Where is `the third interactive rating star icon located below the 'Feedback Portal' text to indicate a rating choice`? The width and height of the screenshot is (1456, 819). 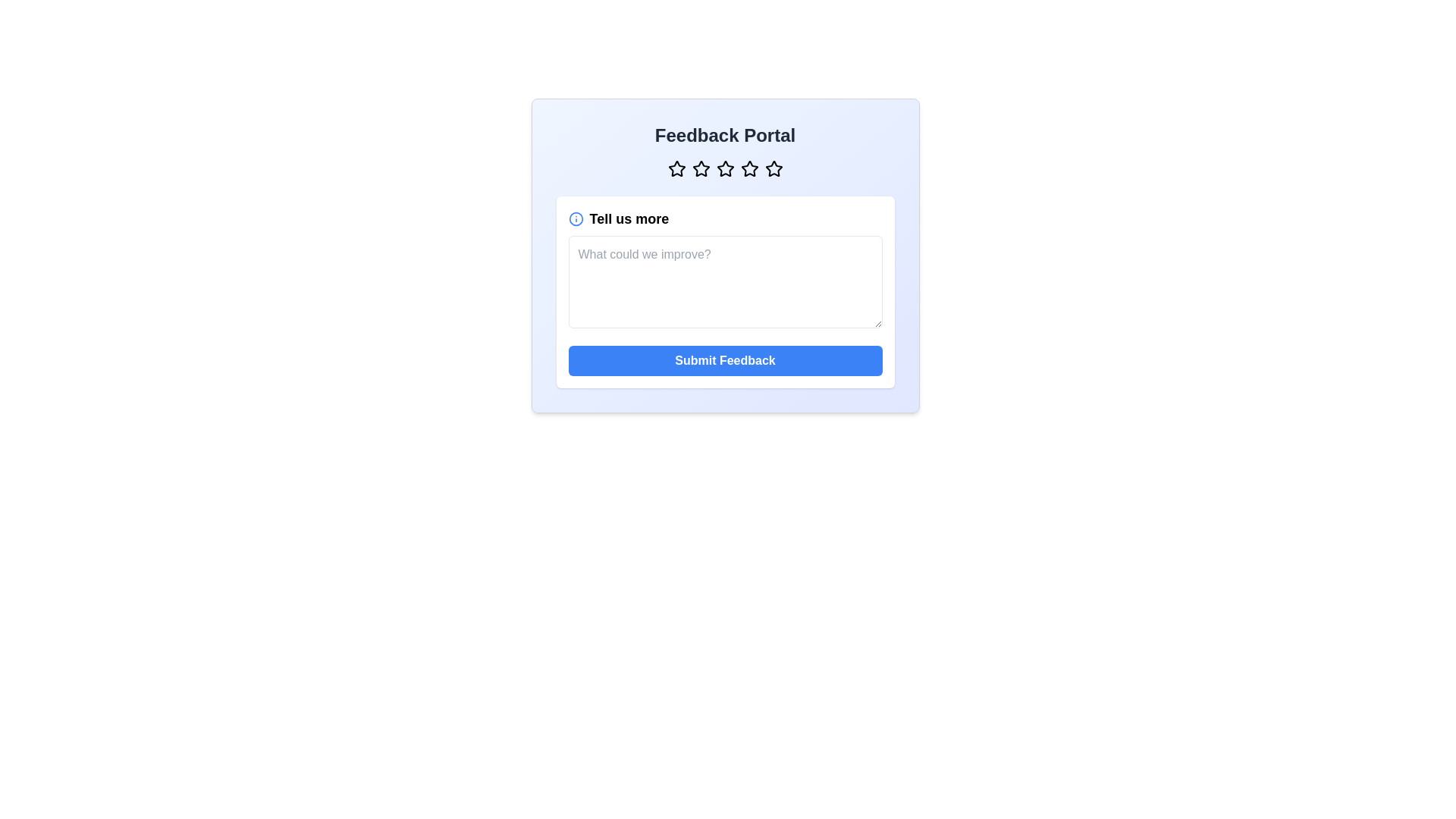 the third interactive rating star icon located below the 'Feedback Portal' text to indicate a rating choice is located at coordinates (724, 168).